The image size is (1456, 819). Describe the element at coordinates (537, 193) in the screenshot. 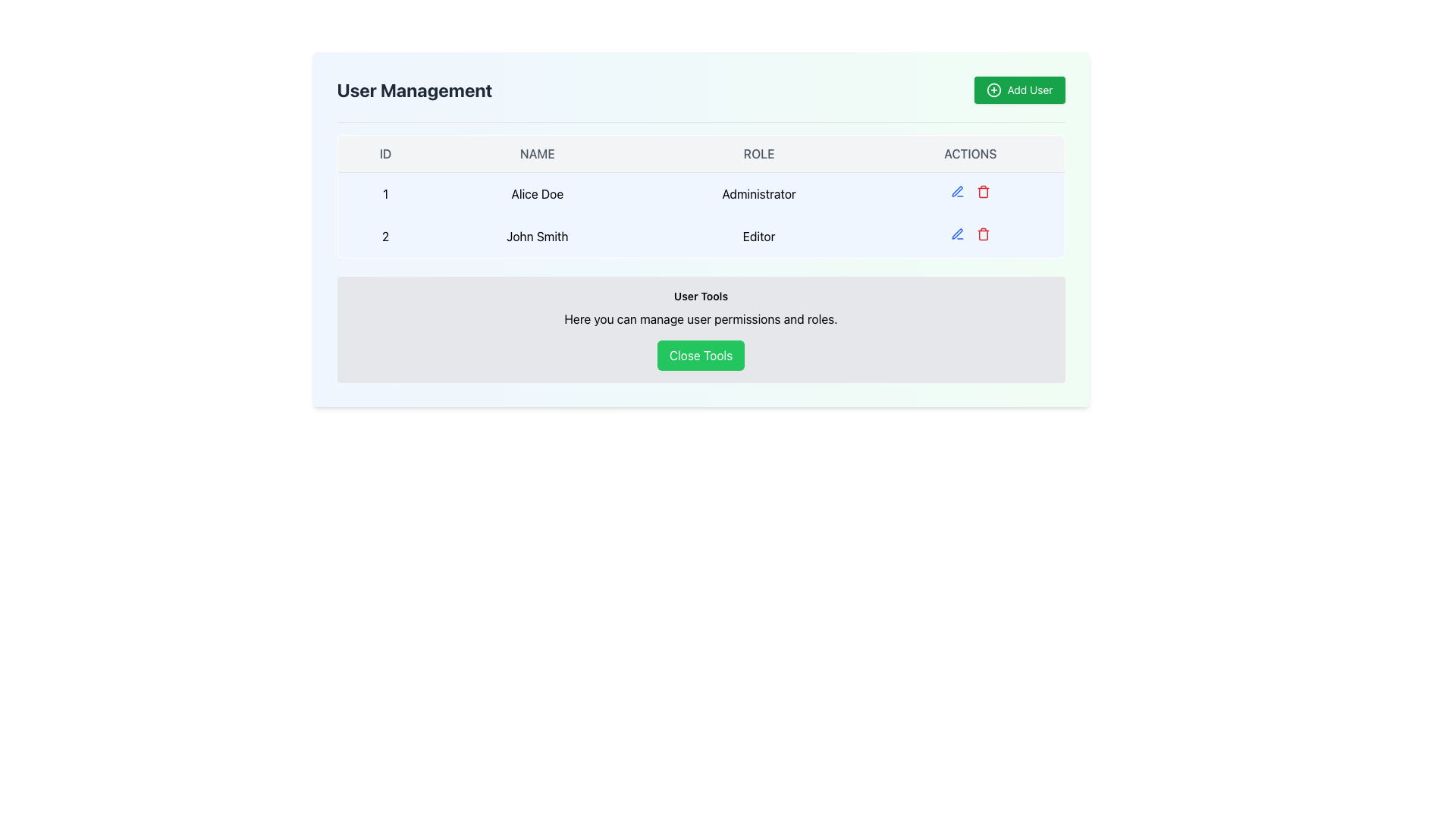

I see `the Text Label displaying 'Alice Doe' in the 'User Management' interface, located in the second column of the first row under the 'NAME' column` at that location.